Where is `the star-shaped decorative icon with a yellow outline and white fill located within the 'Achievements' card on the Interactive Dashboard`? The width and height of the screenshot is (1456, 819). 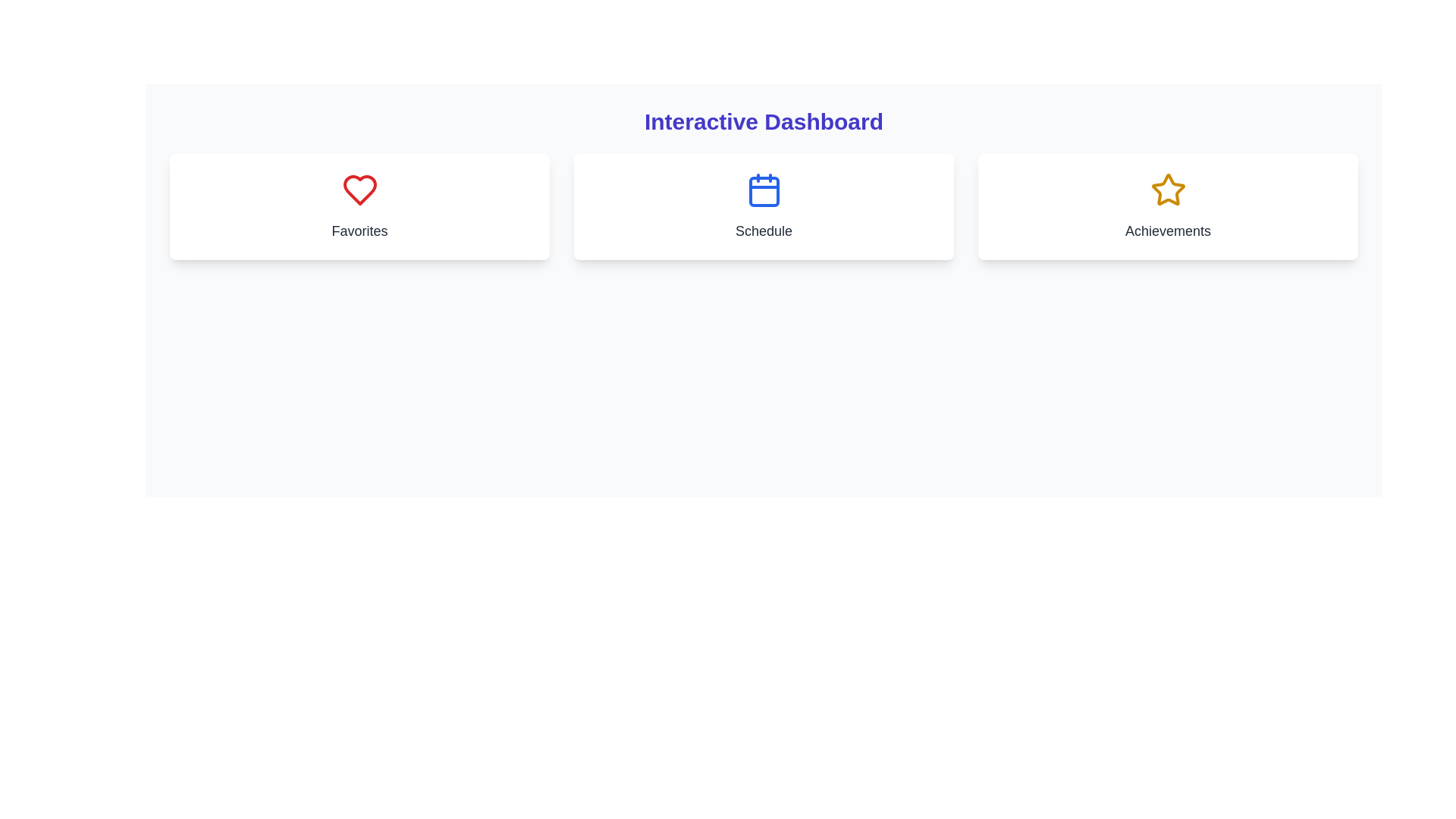 the star-shaped decorative icon with a yellow outline and white fill located within the 'Achievements' card on the Interactive Dashboard is located at coordinates (1167, 189).